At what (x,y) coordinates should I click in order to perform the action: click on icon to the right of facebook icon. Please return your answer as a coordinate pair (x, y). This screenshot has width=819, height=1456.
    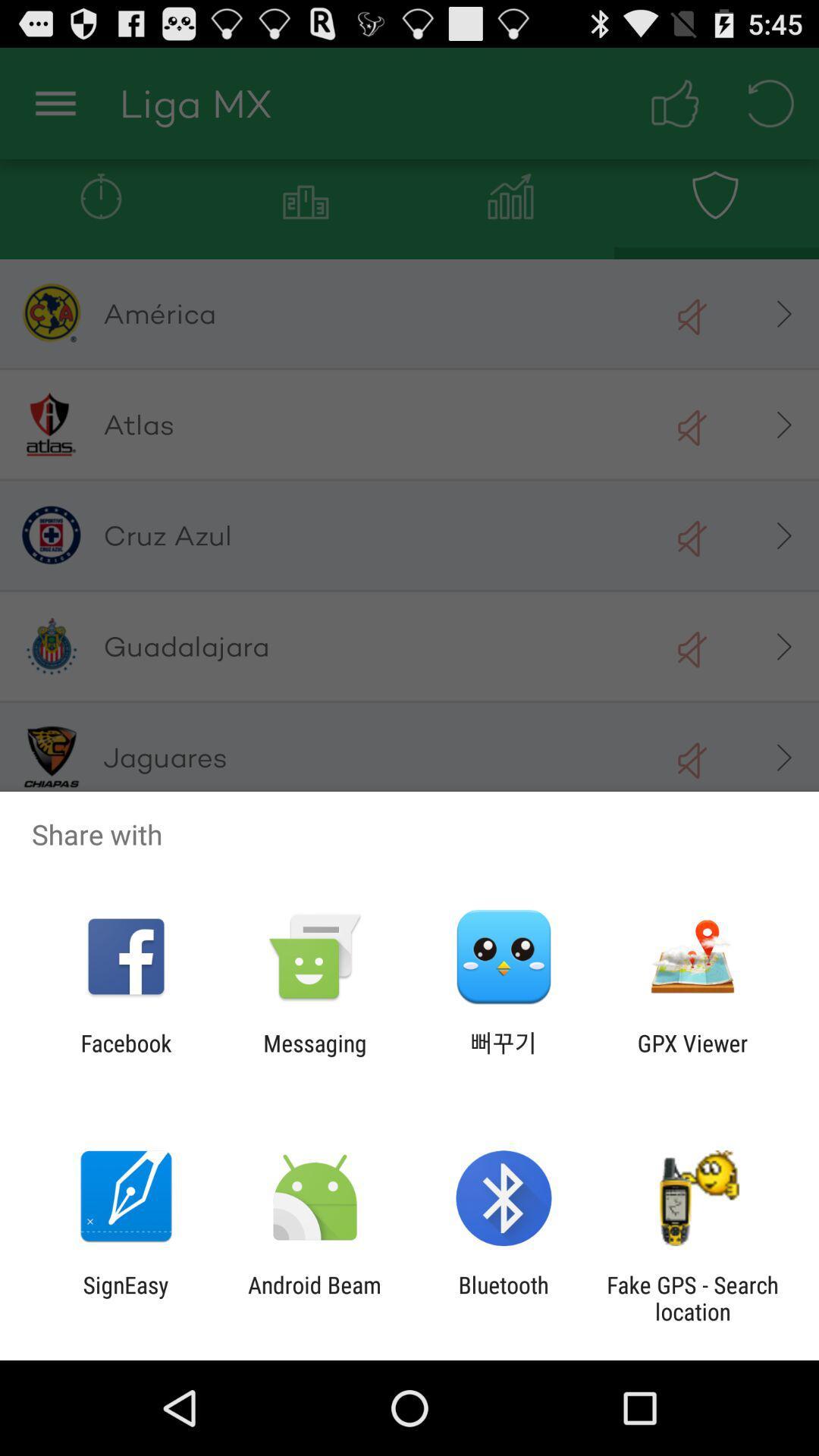
    Looking at the image, I should click on (314, 1056).